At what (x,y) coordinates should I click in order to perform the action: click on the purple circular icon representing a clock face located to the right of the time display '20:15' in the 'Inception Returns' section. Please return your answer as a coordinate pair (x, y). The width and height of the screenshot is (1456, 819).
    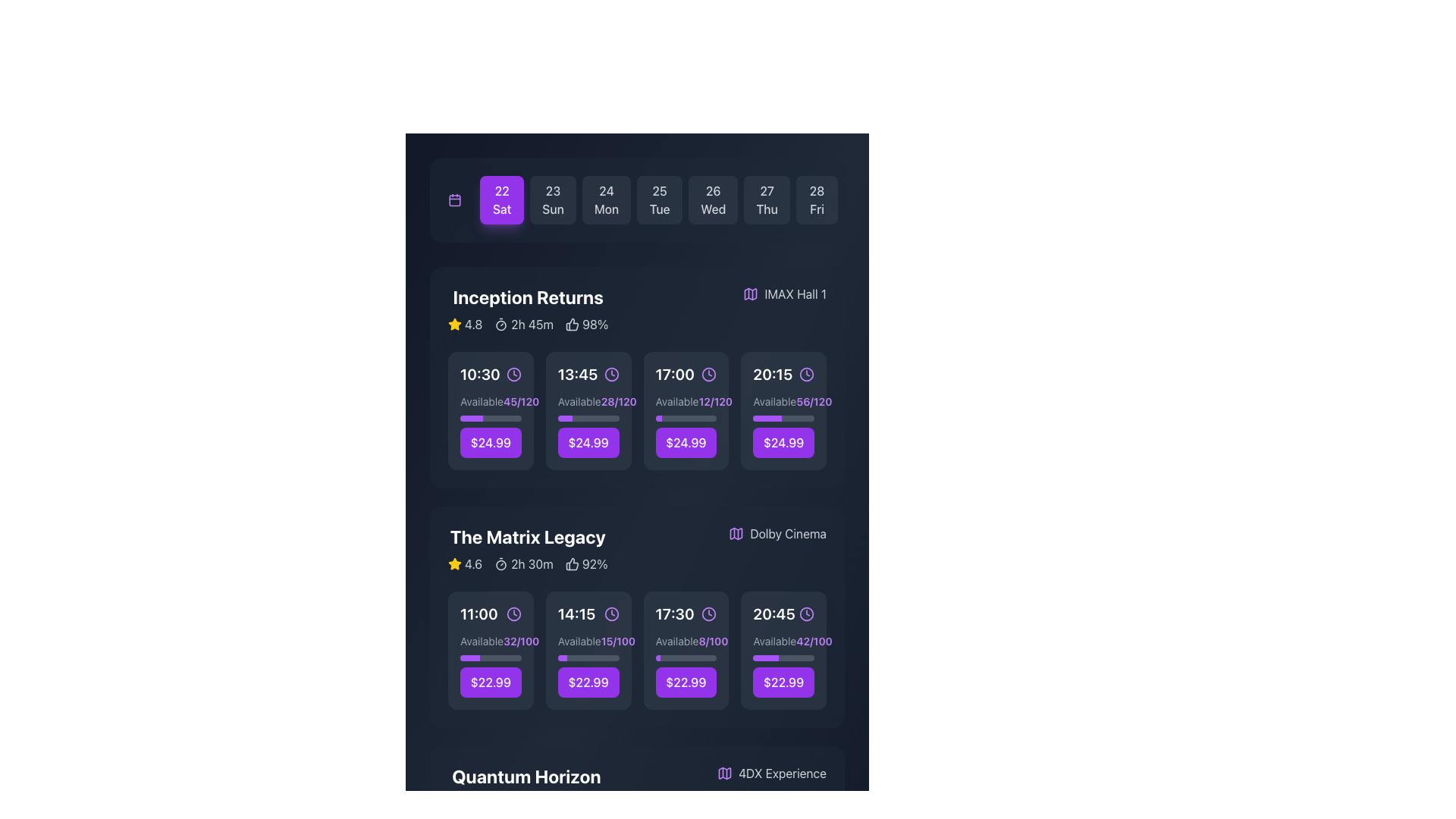
    Looking at the image, I should click on (806, 374).